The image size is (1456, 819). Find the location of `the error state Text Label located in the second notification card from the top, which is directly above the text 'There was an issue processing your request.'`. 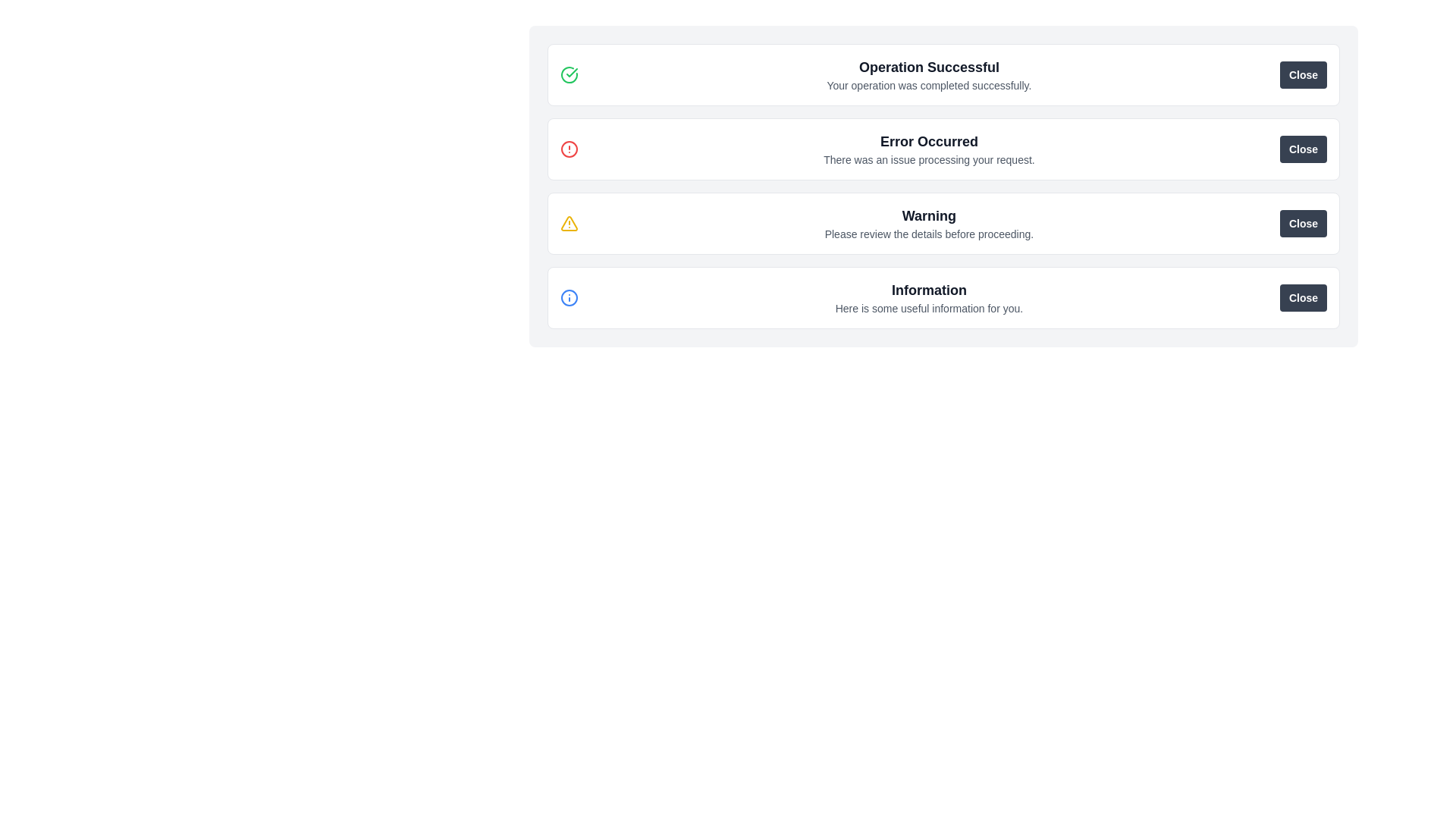

the error state Text Label located in the second notification card from the top, which is directly above the text 'There was an issue processing your request.' is located at coordinates (928, 141).